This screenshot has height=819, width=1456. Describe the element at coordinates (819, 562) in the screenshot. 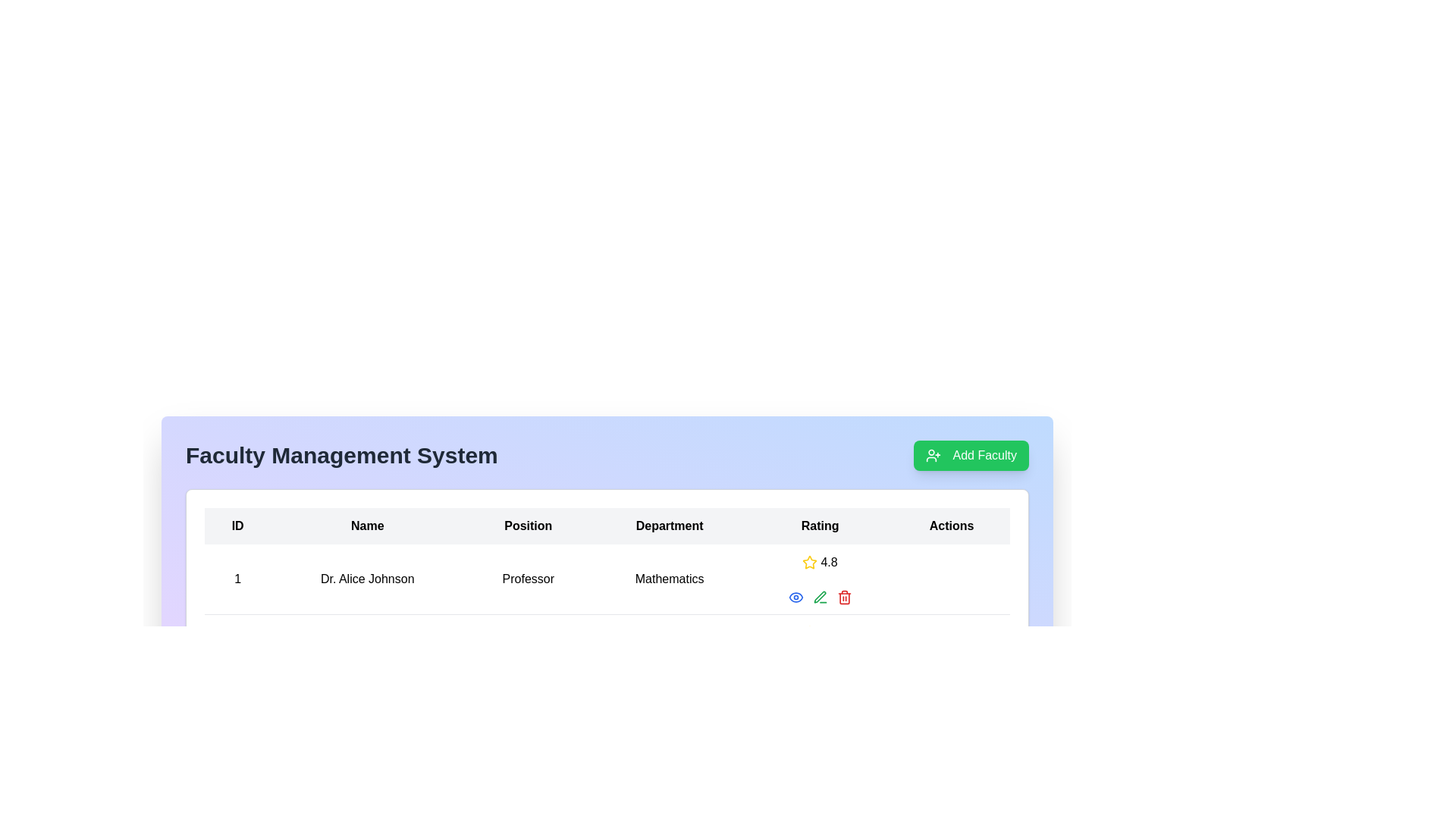

I see `the rating display unit showing a filled yellow star and the text '4.8', which is located in the 'Rating' column adjacent to the 'Mathematics' department` at that location.